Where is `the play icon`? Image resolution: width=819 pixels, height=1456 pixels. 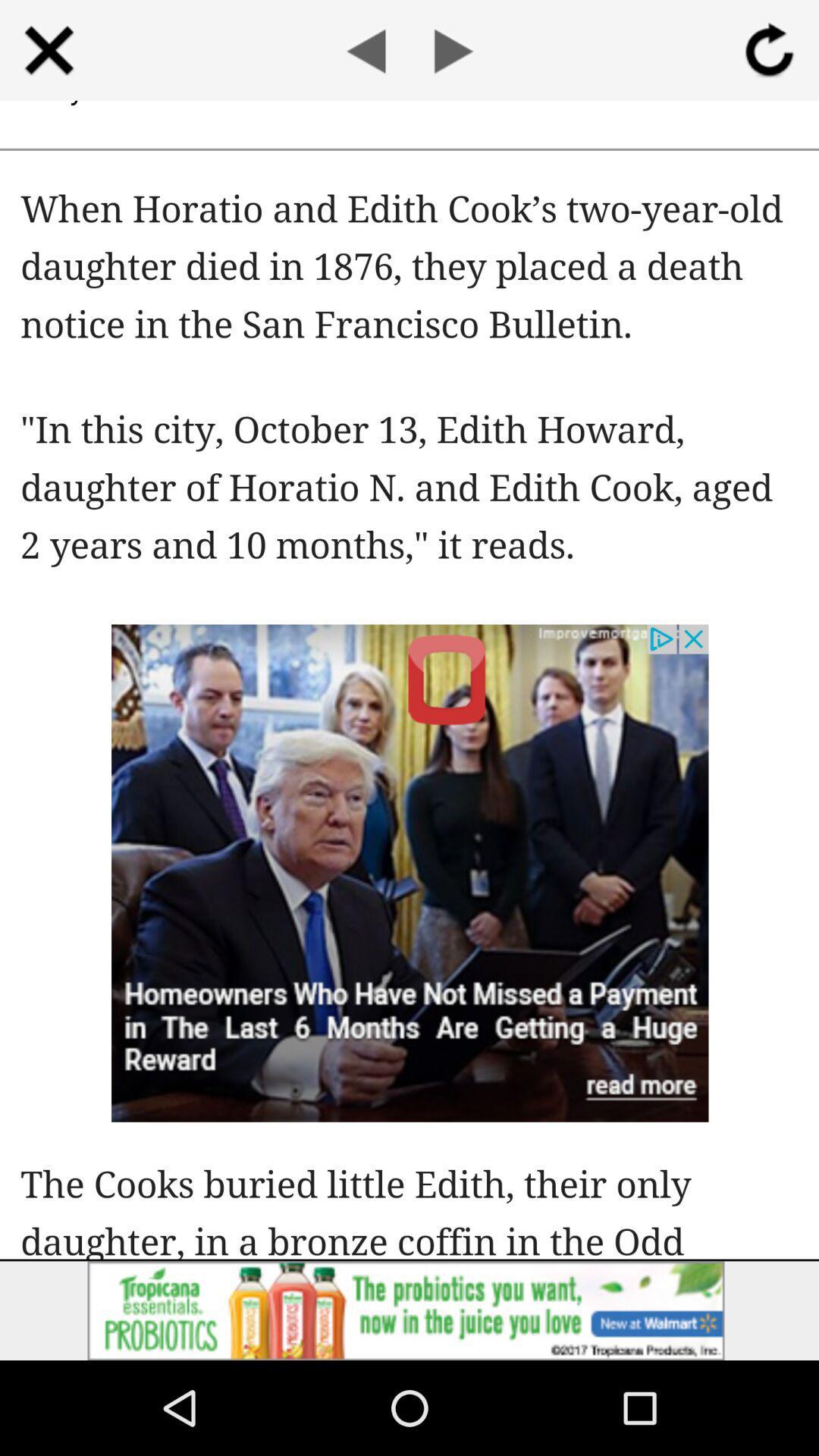 the play icon is located at coordinates (452, 53).